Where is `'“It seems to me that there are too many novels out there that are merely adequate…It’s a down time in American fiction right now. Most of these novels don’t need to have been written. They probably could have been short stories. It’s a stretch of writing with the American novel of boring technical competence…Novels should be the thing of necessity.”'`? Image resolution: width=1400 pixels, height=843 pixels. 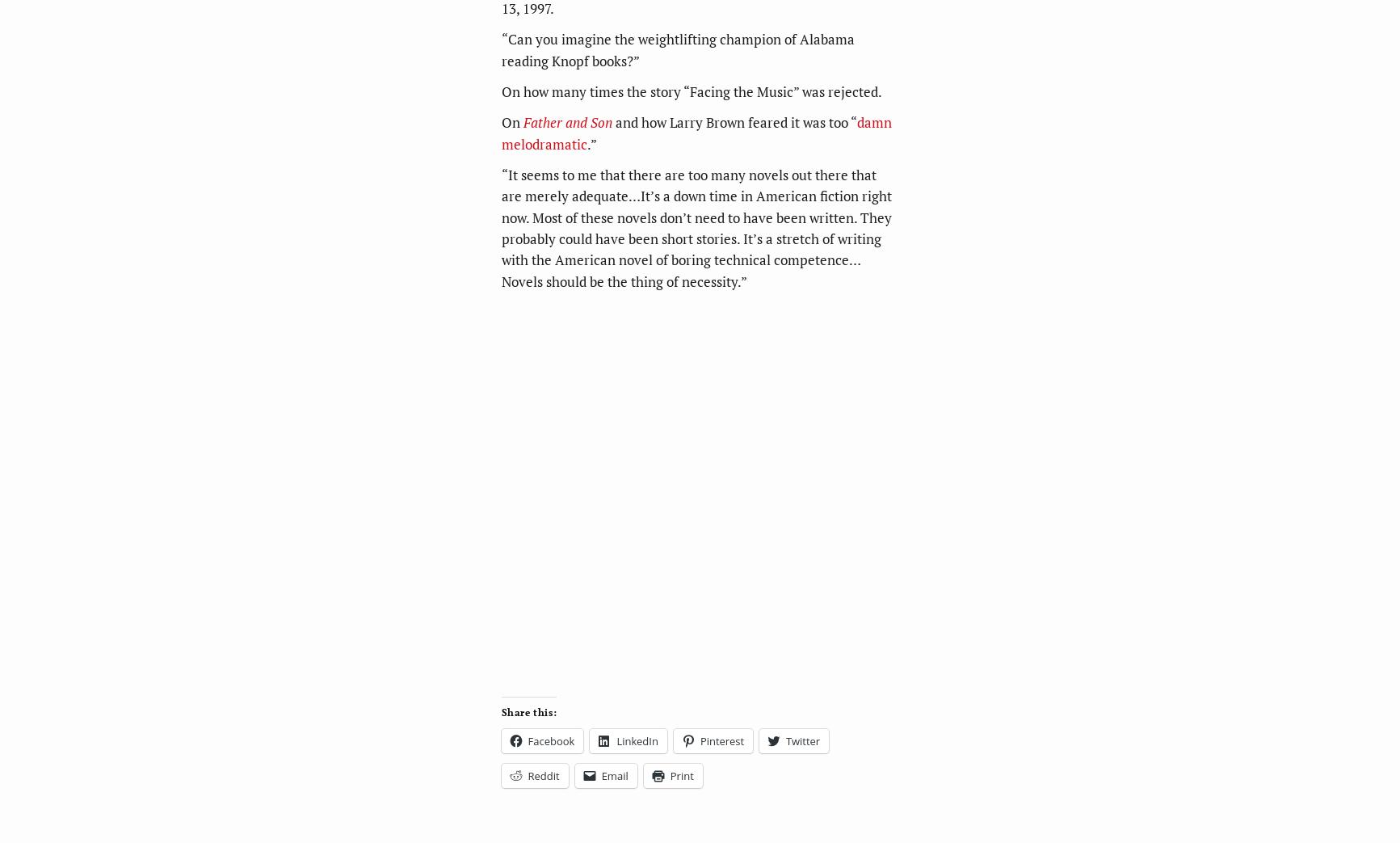
'“It seems to me that there are too many novels out there that are merely adequate…It’s a down time in American fiction right now. Most of these novels don’t need to have been written. They probably could have been short stories. It’s a stretch of writing with the American novel of boring technical competence…Novels should be the thing of necessity.”' is located at coordinates (696, 227).